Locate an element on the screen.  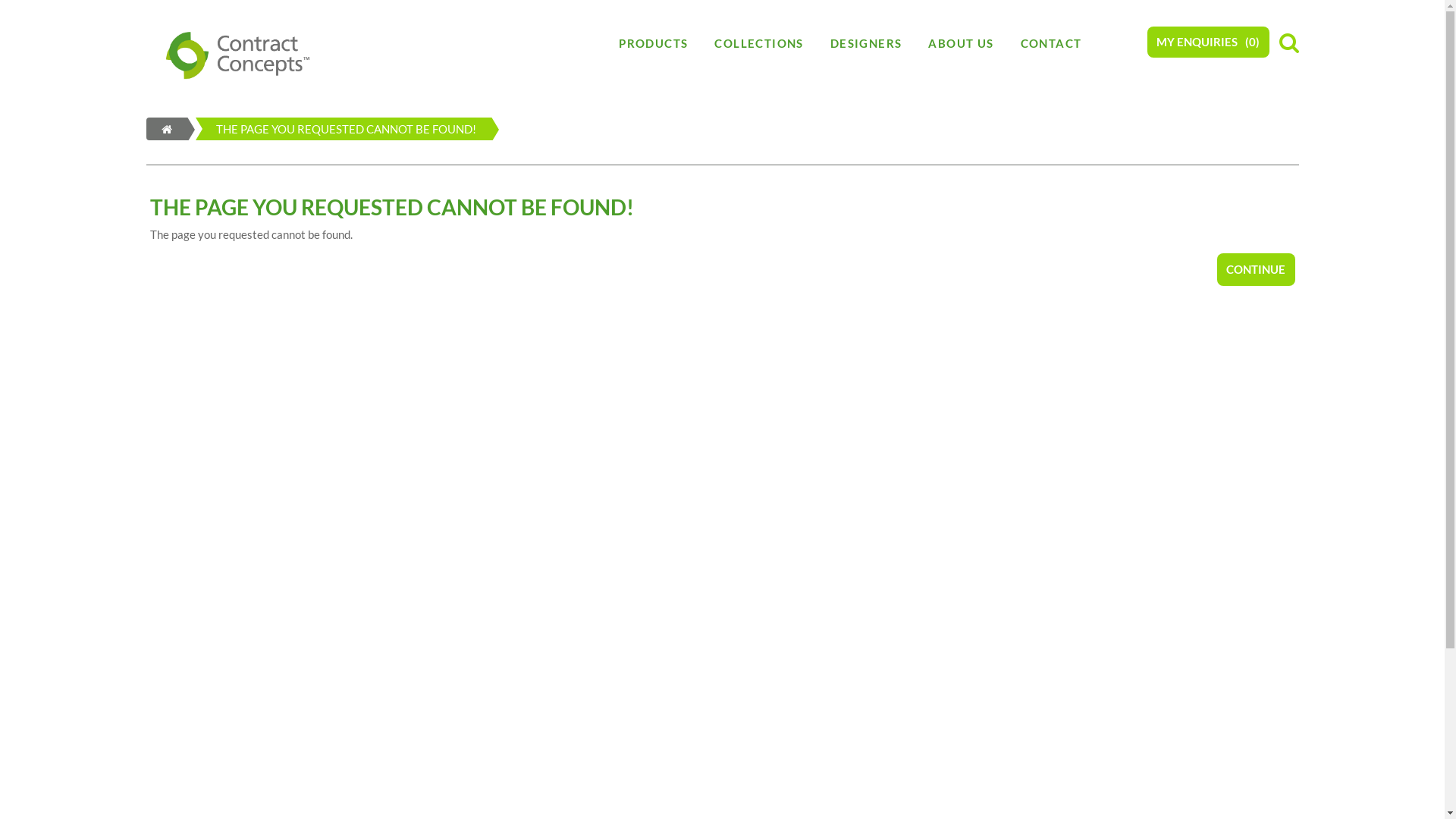
'DESIGNERS' is located at coordinates (866, 42).